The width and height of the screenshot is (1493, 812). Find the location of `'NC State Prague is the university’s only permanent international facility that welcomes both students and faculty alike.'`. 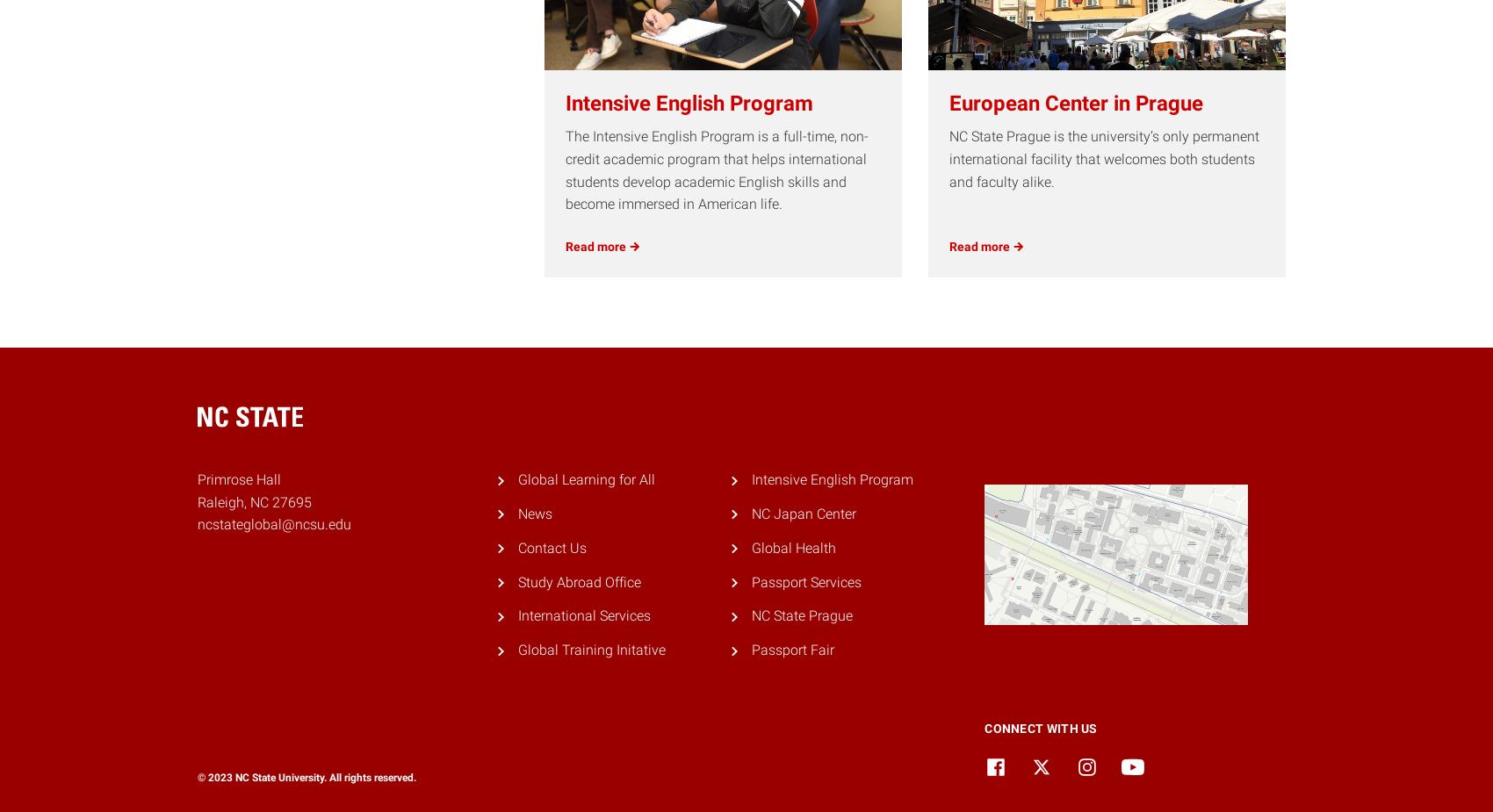

'NC State Prague is the university’s only permanent international facility that welcomes both students and faculty alike.' is located at coordinates (1103, 158).